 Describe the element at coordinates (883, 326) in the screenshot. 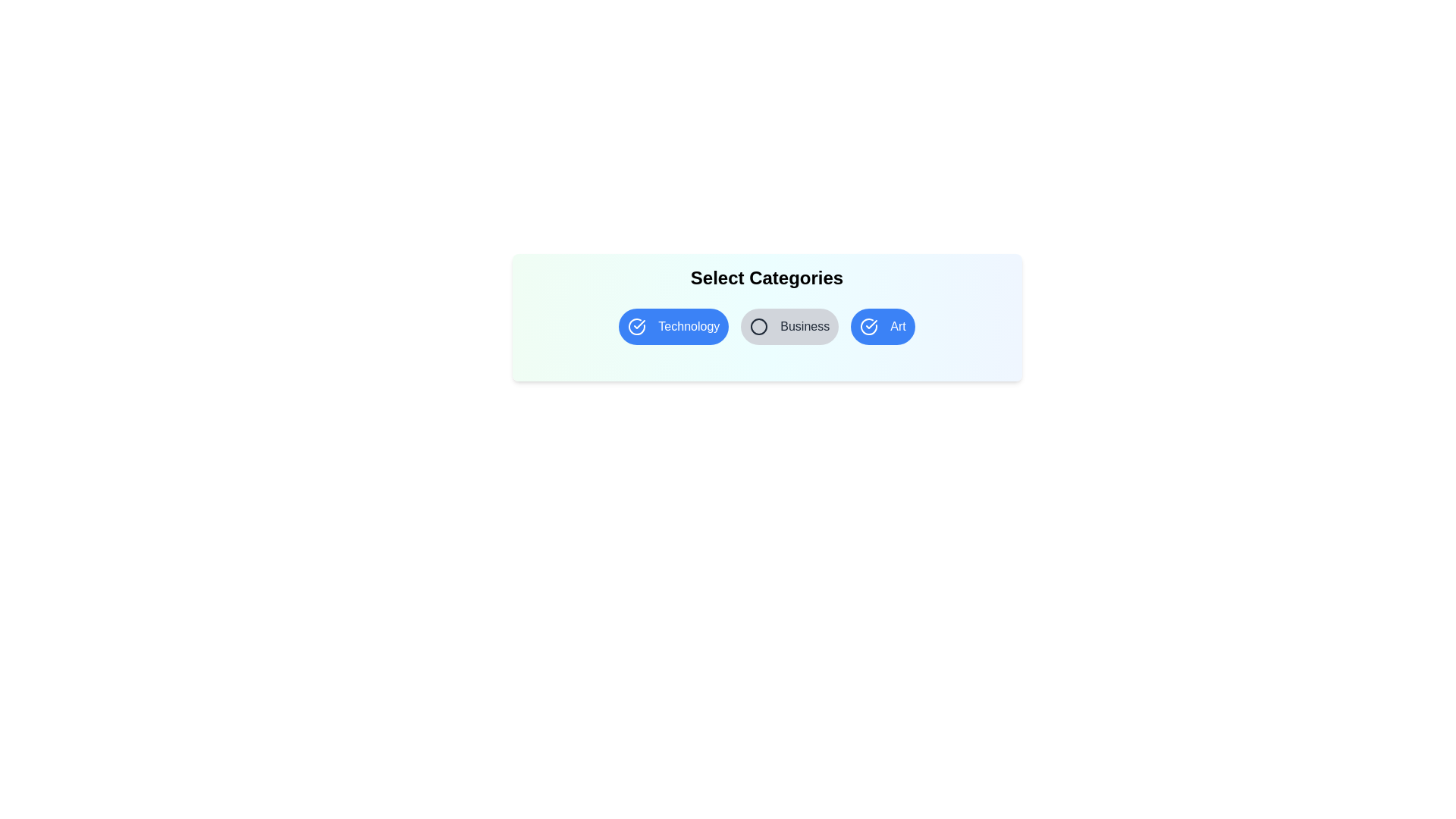

I see `the tag labeled Art to observe its hover effect` at that location.